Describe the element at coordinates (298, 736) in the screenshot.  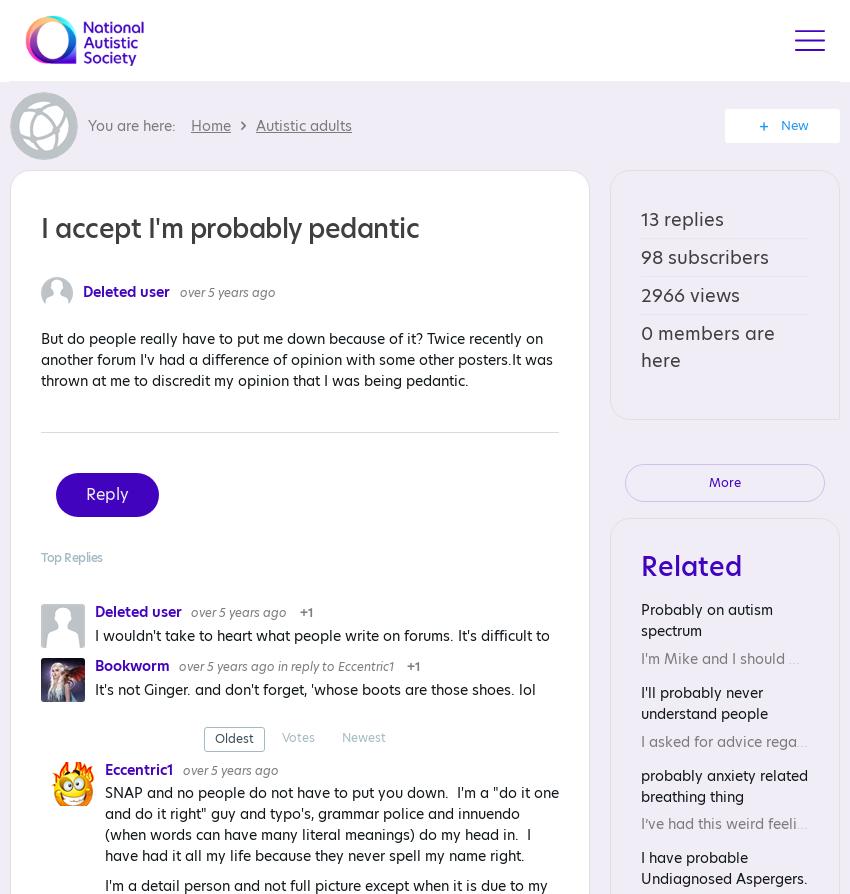
I see `'Votes'` at that location.